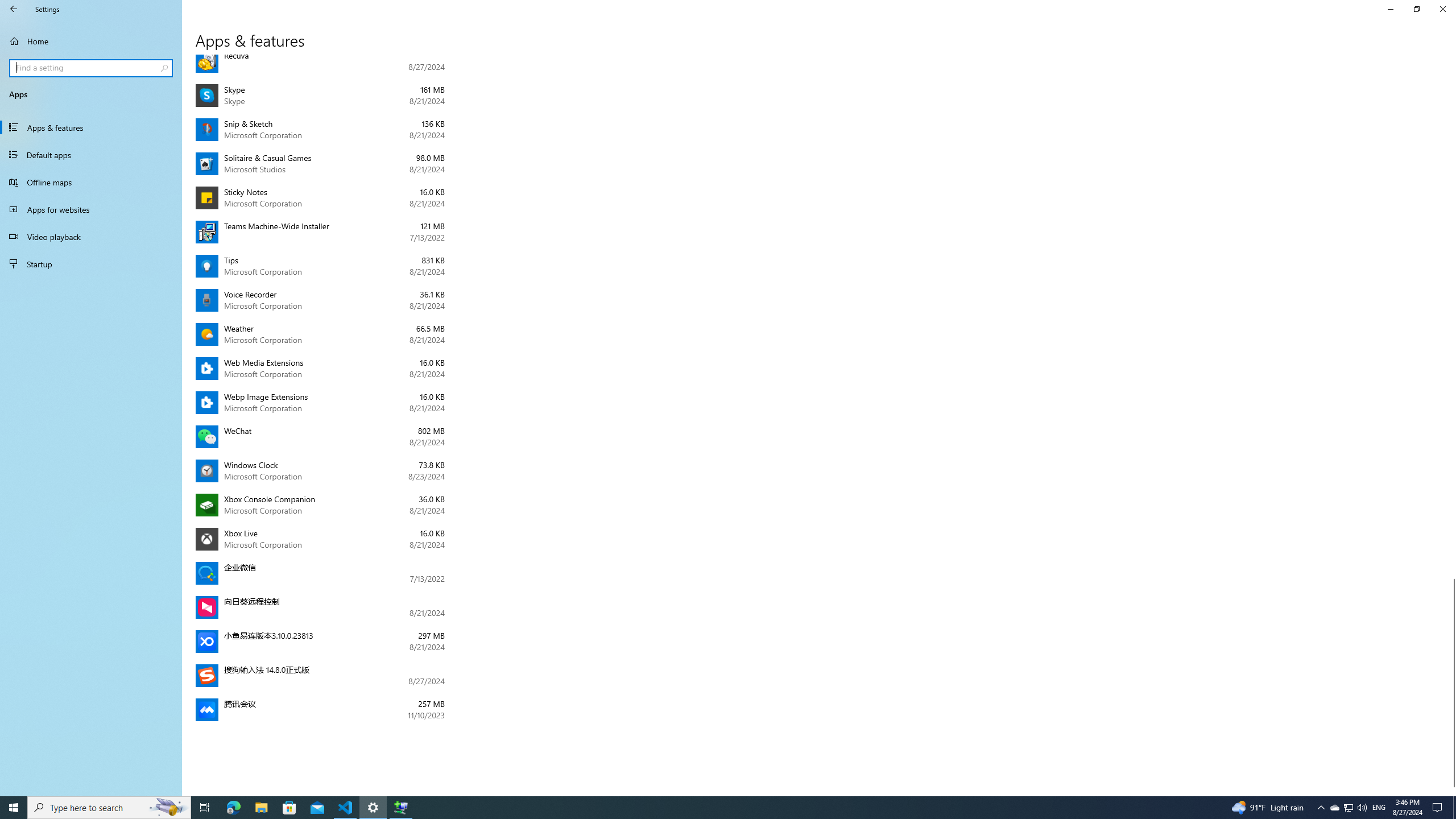 The image size is (1456, 819). I want to click on 'Action Center, No new notifications', so click(1439, 806).